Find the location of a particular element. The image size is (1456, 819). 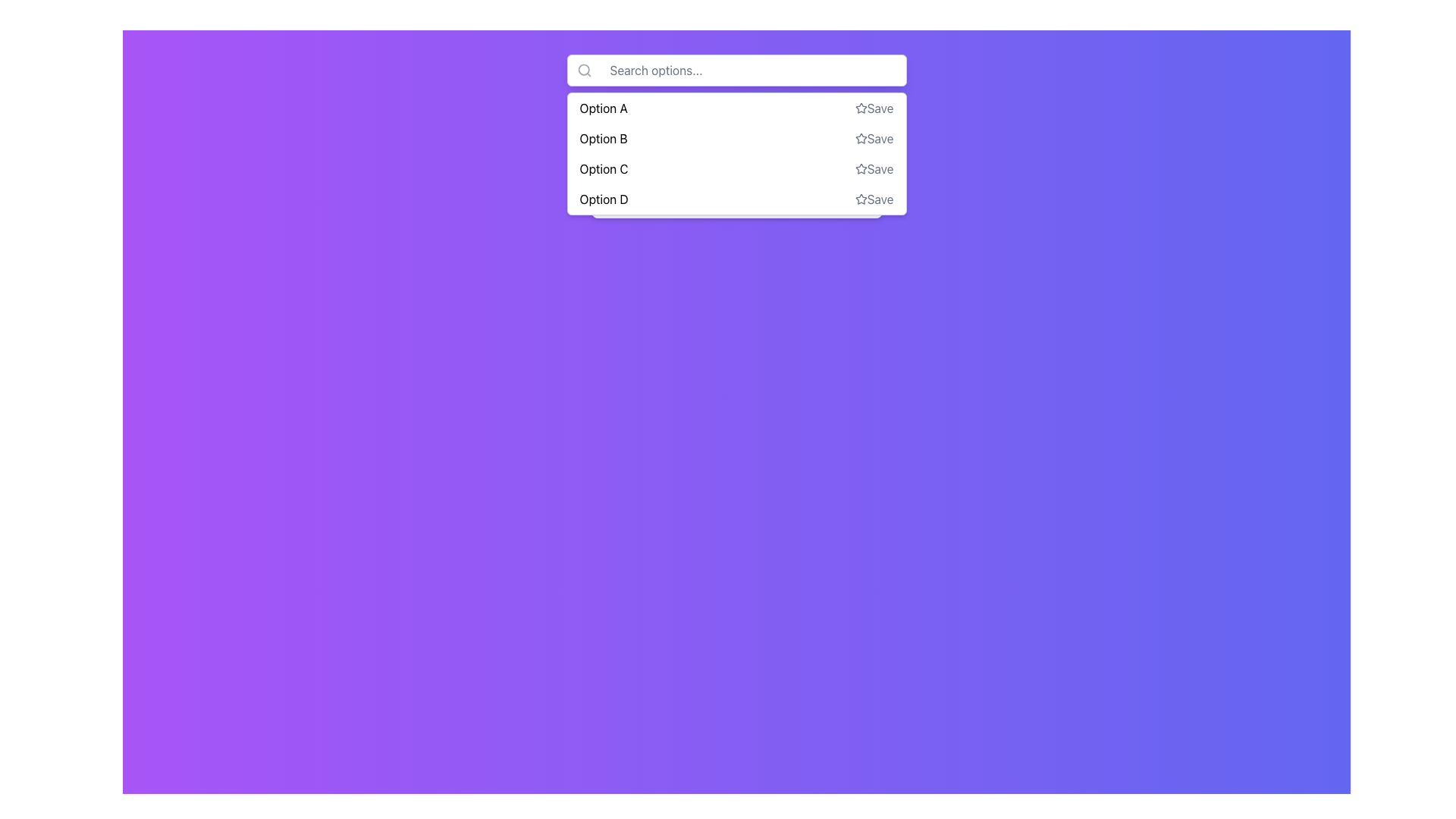

the star-shaped icon to the right of 'Option B' in the dropdown menu is located at coordinates (861, 138).